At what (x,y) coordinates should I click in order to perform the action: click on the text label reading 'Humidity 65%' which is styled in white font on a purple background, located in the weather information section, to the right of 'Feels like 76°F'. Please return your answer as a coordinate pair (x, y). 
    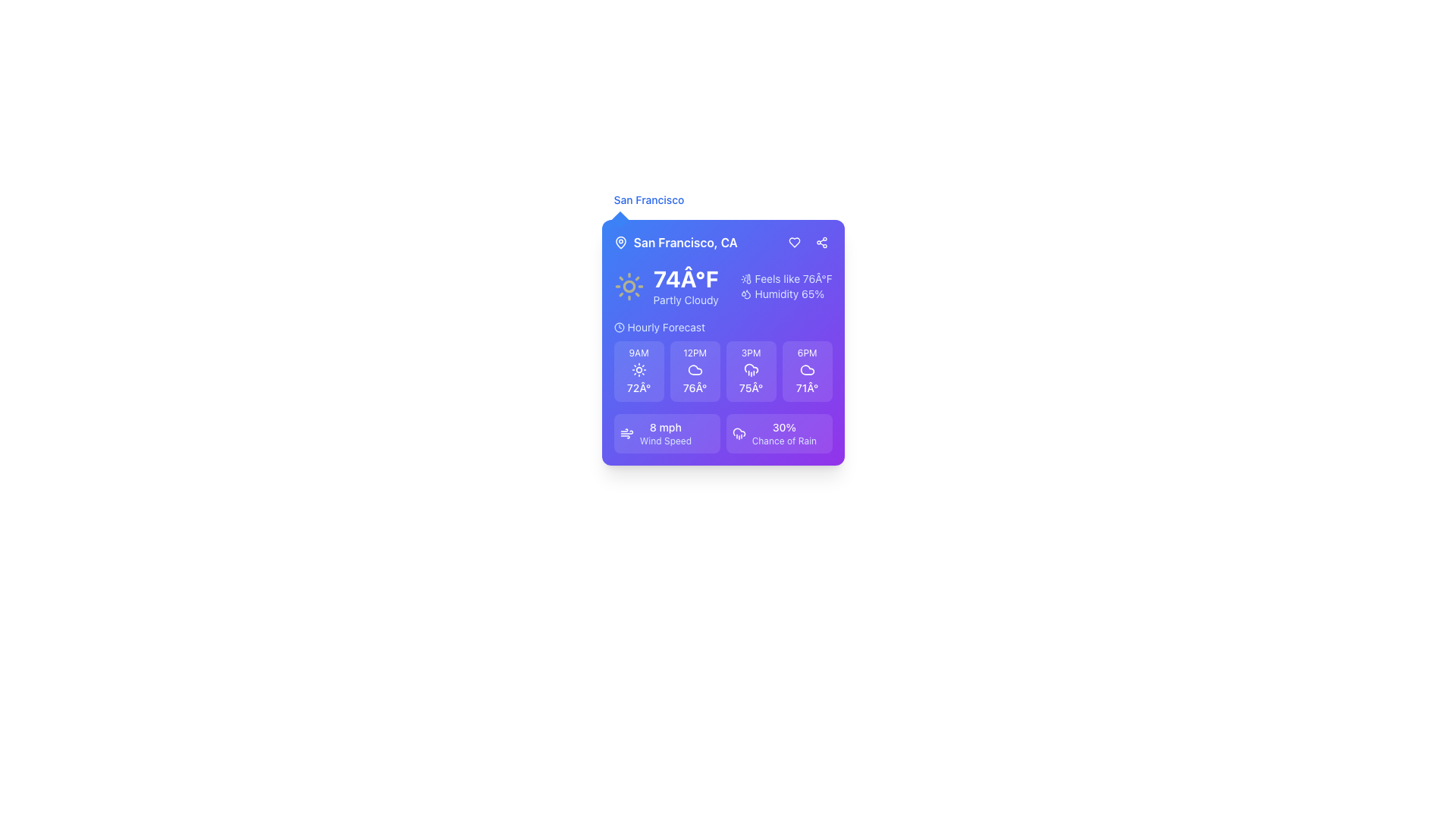
    Looking at the image, I should click on (789, 294).